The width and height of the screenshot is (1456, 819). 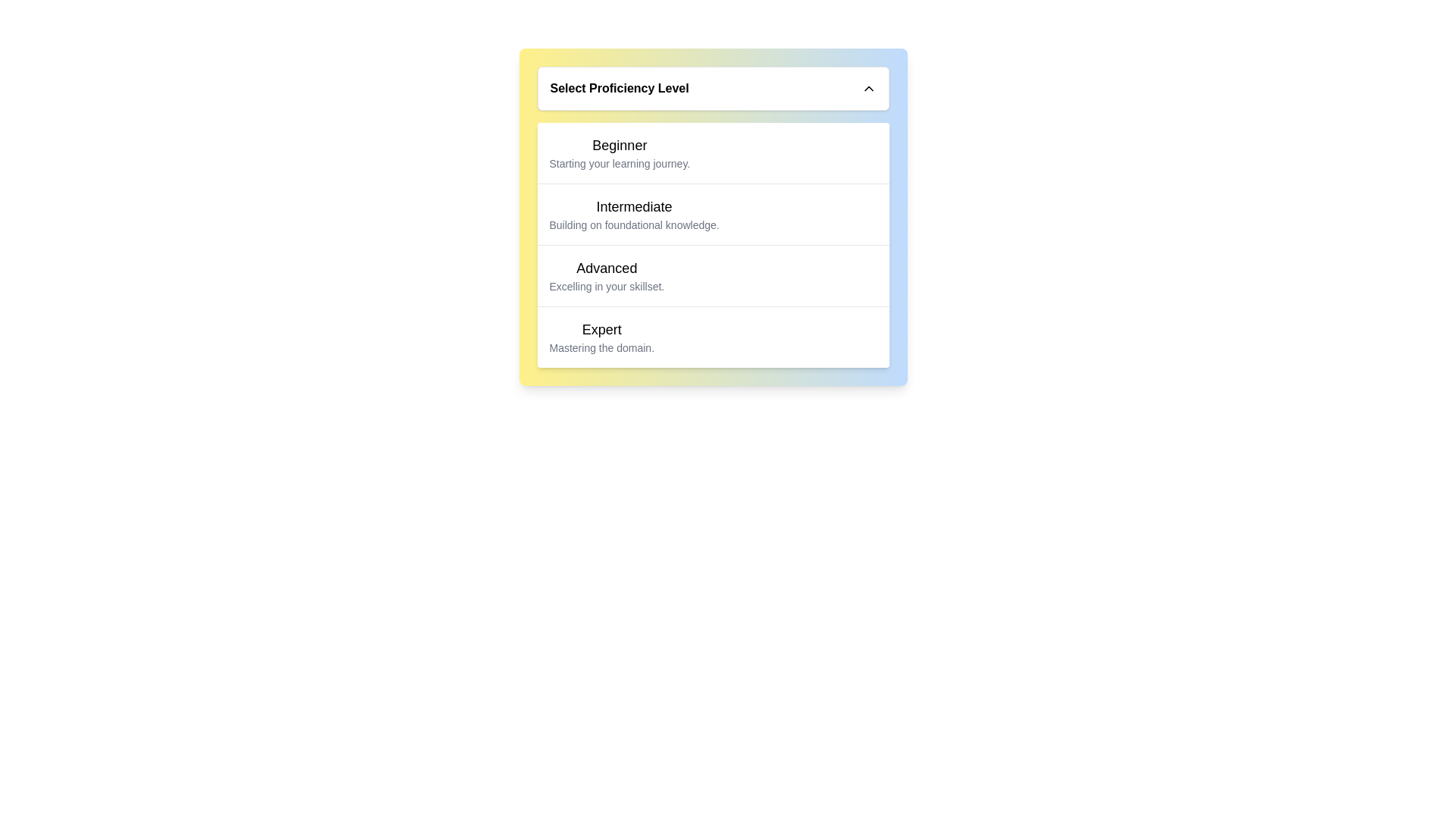 I want to click on the list item labeled 'Advanced' to confirm the selection, so click(x=712, y=275).